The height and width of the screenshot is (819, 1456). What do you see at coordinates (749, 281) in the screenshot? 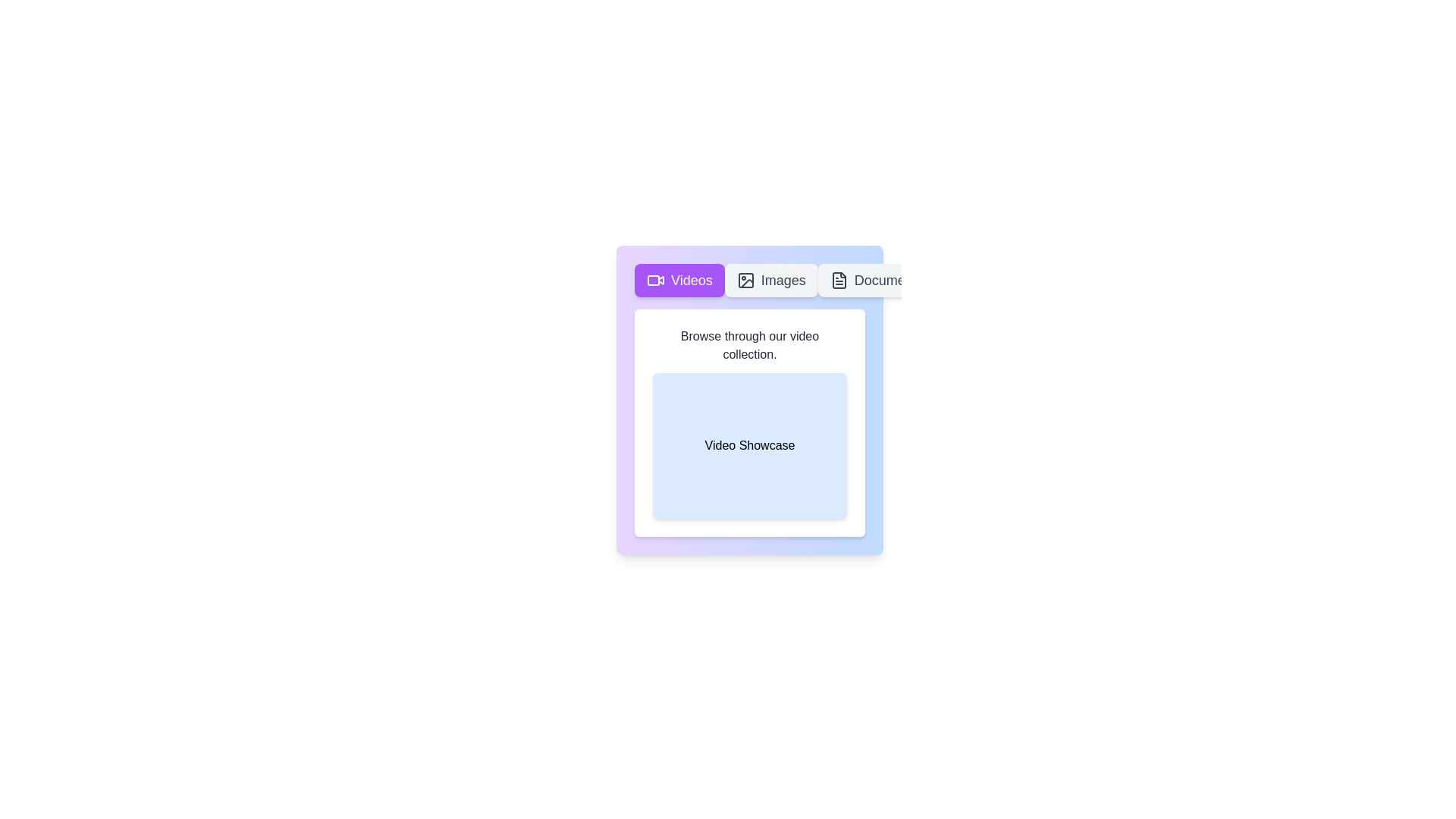
I see `the 'Images' tab, which is the second tab from the left` at bounding box center [749, 281].